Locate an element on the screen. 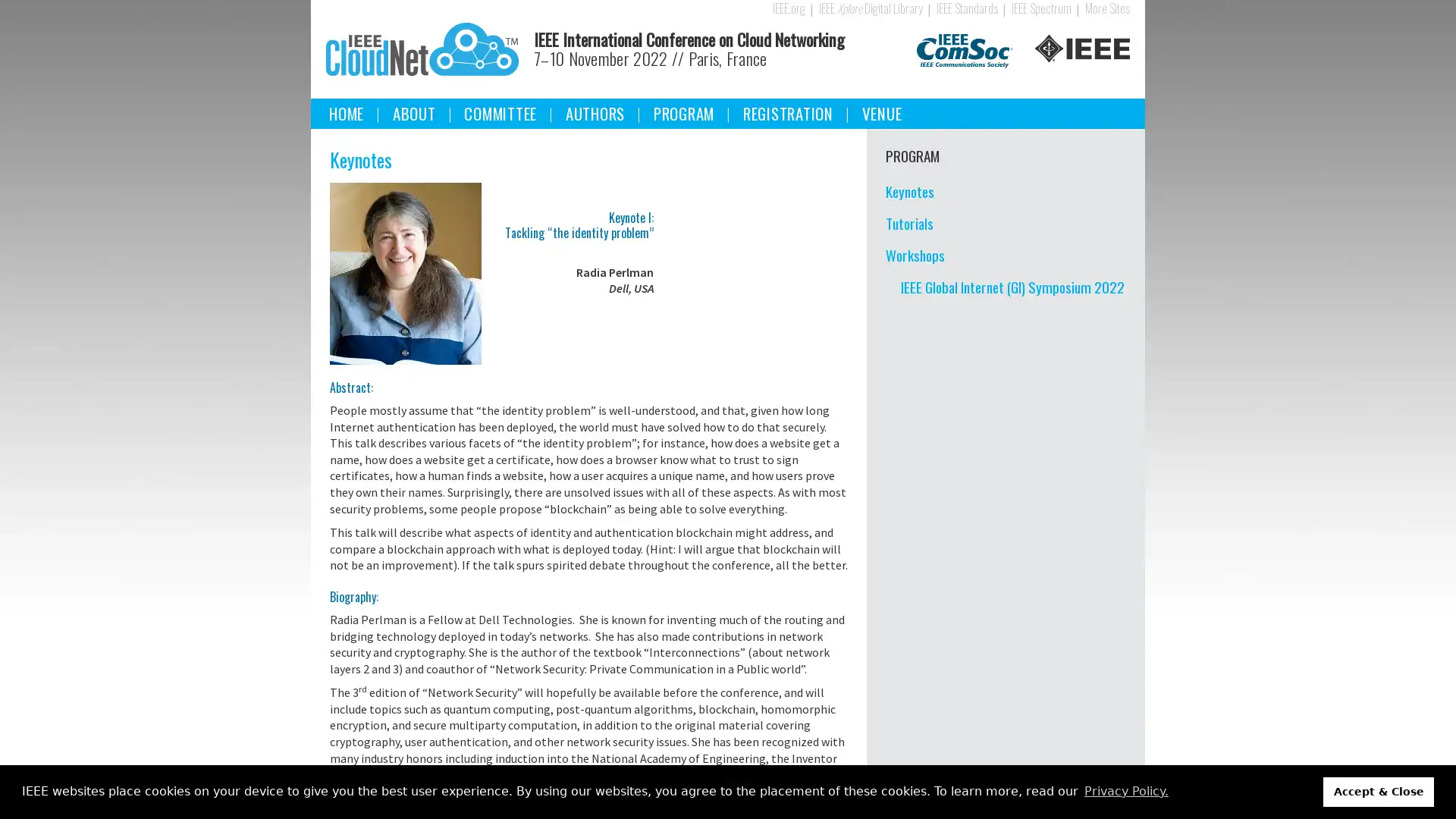 This screenshot has width=1456, height=819. dismiss cookie message is located at coordinates (1379, 791).